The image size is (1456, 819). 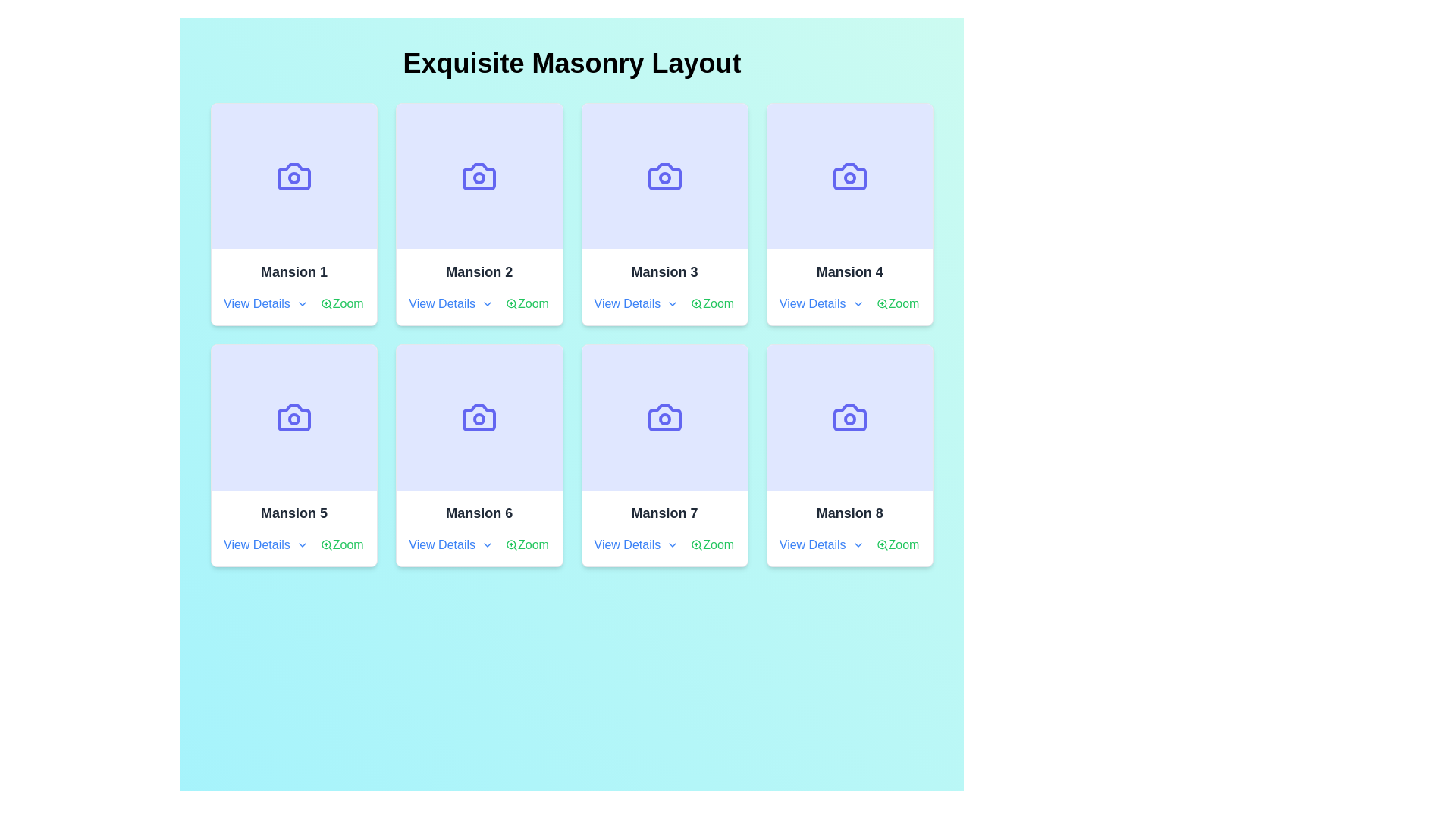 What do you see at coordinates (821, 544) in the screenshot?
I see `the 'View Details' link located at the bottom-left of the eighth card in the grid layout` at bounding box center [821, 544].